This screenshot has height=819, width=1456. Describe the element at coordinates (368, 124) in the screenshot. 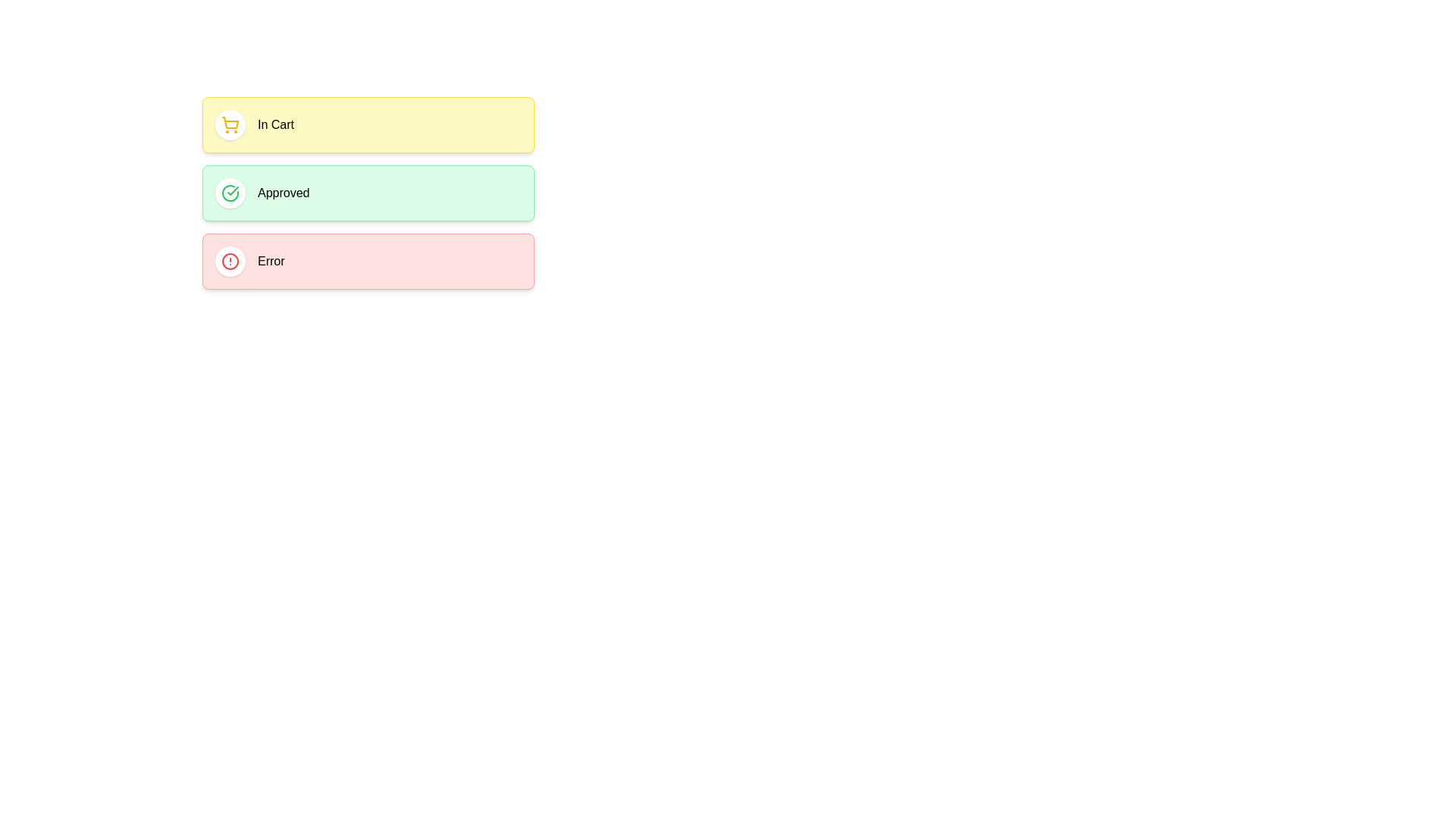

I see `the Information card or status indicator panel that indicates the item is in the shopping cart, which is the first item in a vertical list, located above 'Approved' and 'Error'` at that location.